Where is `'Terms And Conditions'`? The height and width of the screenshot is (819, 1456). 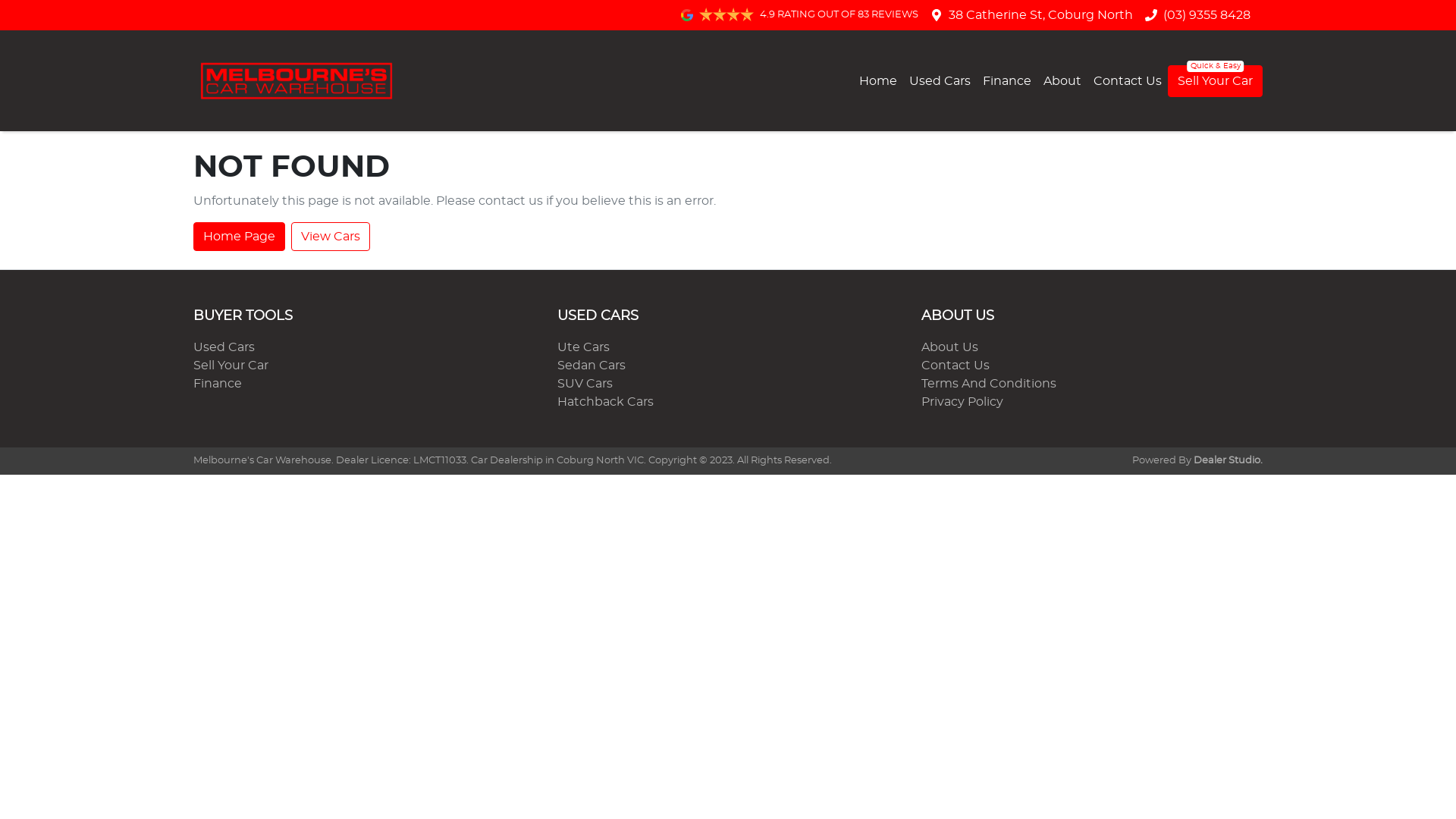
'Terms And Conditions' is located at coordinates (989, 382).